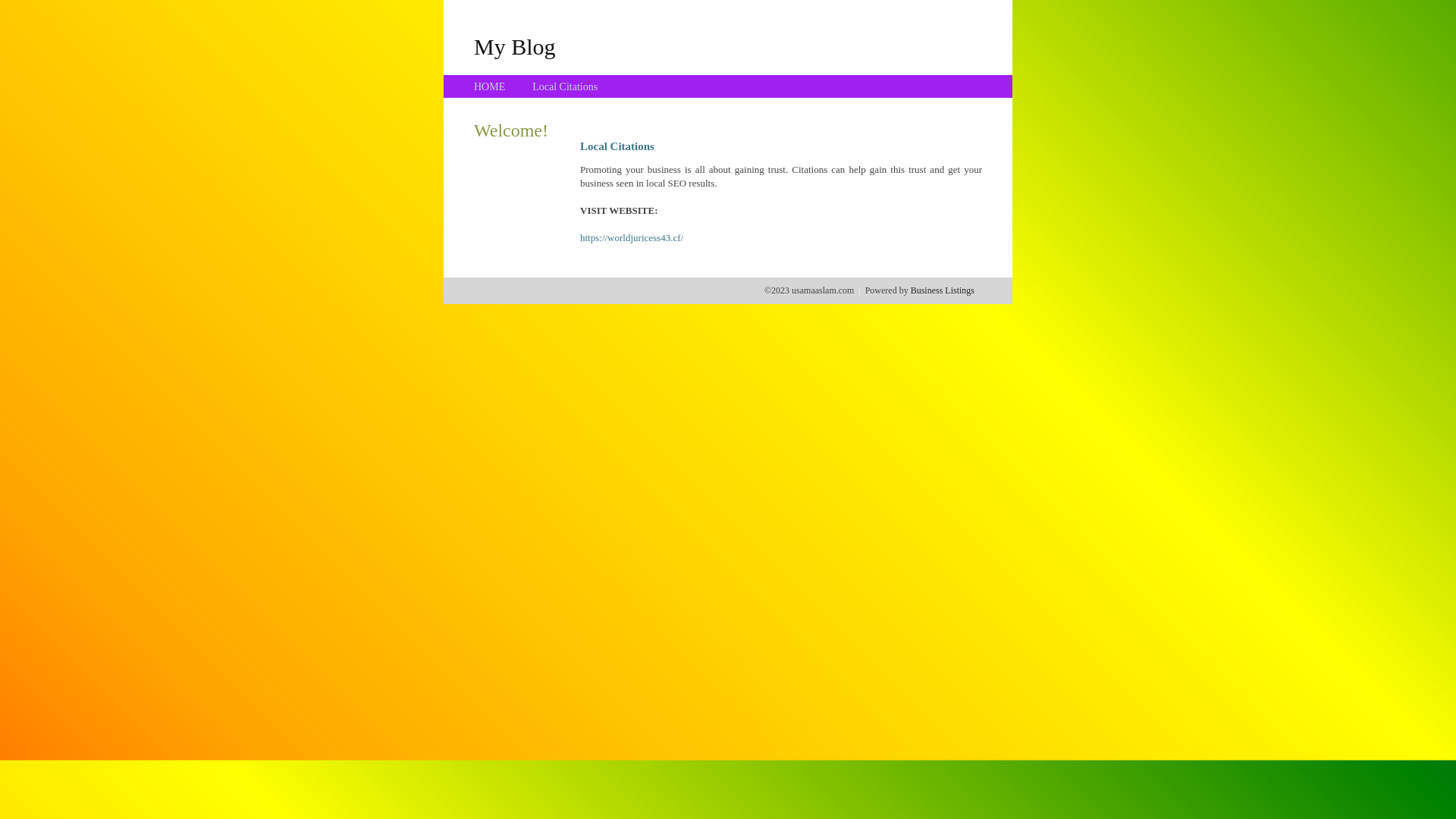 The height and width of the screenshot is (819, 1456). I want to click on 'My Blog', so click(514, 45).